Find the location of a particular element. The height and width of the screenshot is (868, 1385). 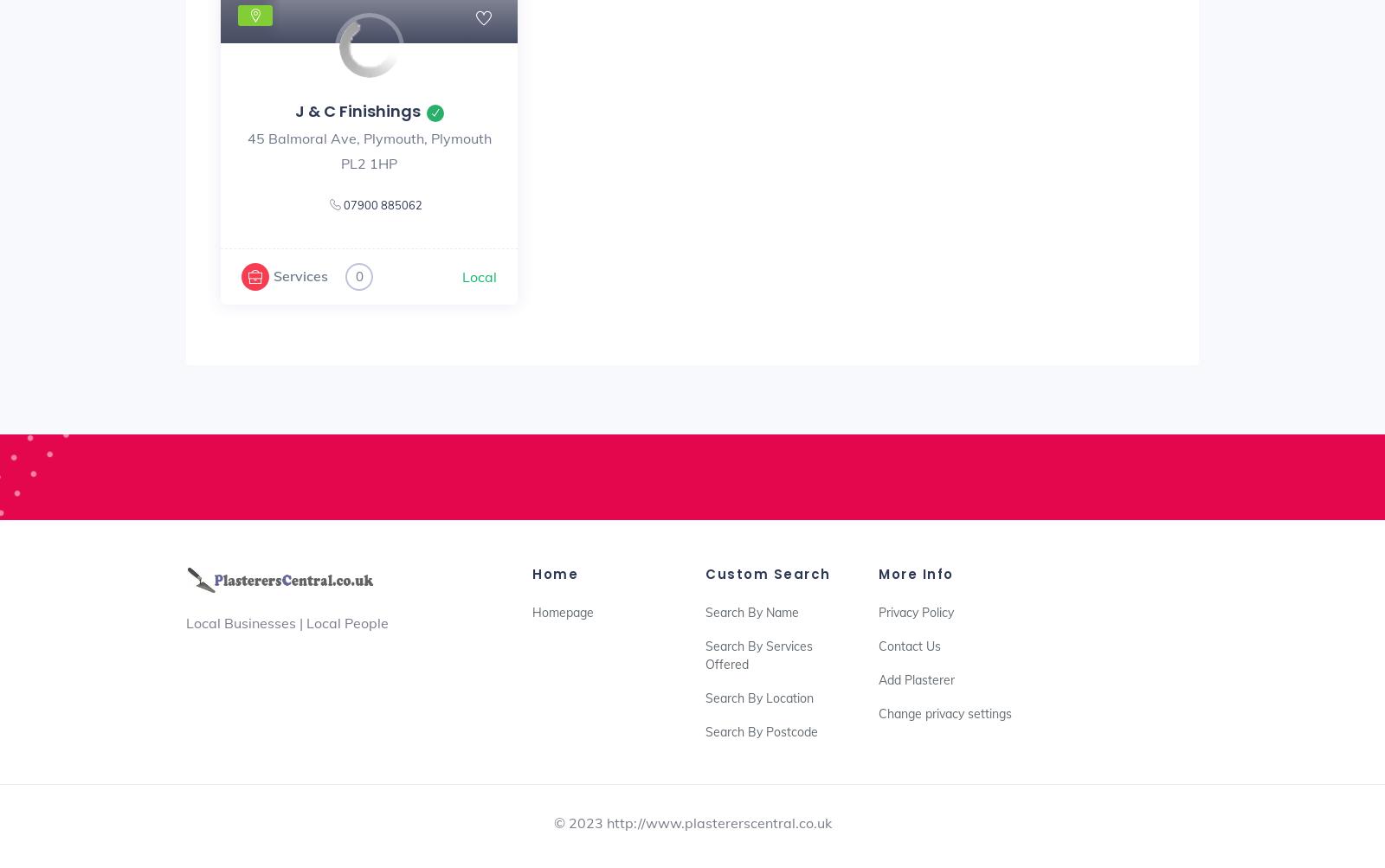

'© 2023 http://www.plastererscentral.co.uk' is located at coordinates (692, 822).